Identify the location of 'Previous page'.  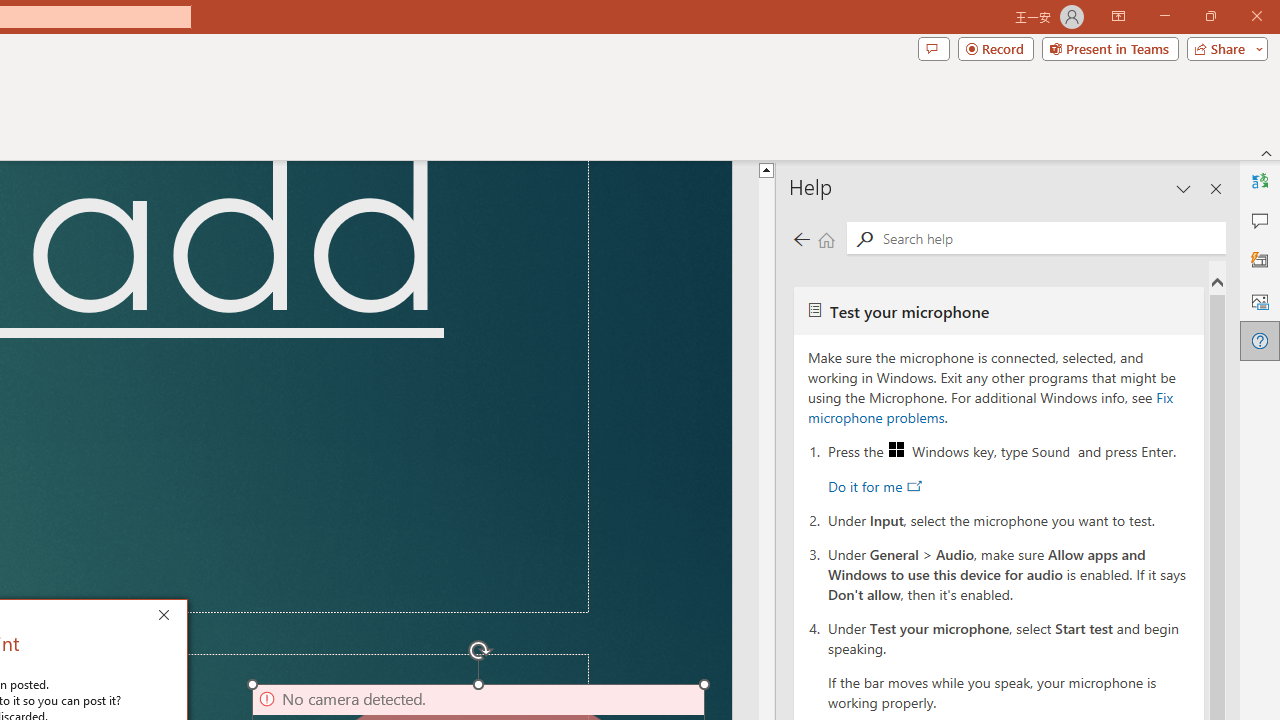
(801, 238).